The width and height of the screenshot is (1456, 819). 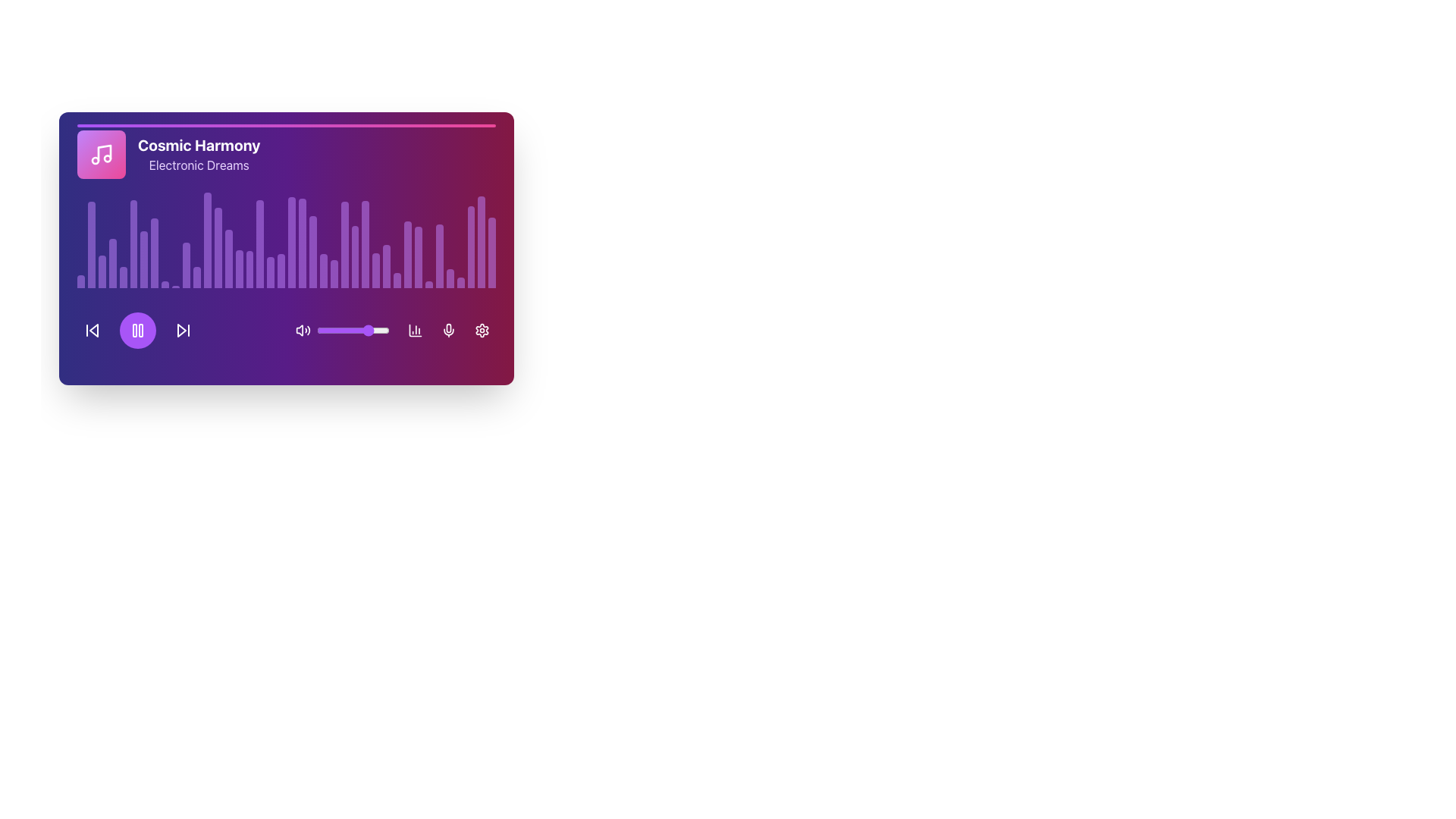 I want to click on the settings button represented by a gear icon located at the bottom-right corner of the card, so click(x=481, y=329).